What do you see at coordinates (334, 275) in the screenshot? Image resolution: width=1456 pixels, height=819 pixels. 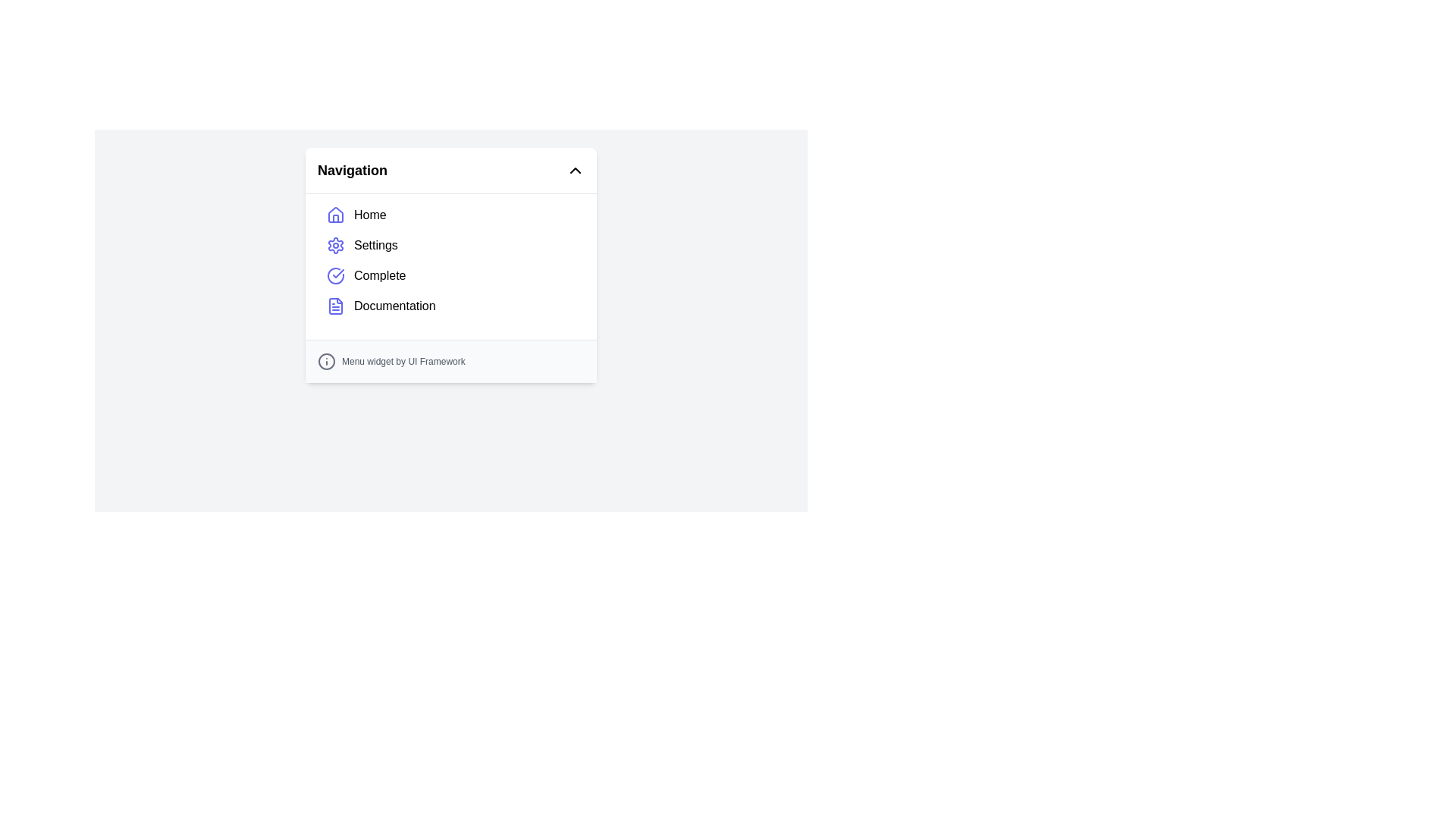 I see `the 'Complete' status icon located in the vertical navigation menu to the left of the 'Complete' text label` at bounding box center [334, 275].